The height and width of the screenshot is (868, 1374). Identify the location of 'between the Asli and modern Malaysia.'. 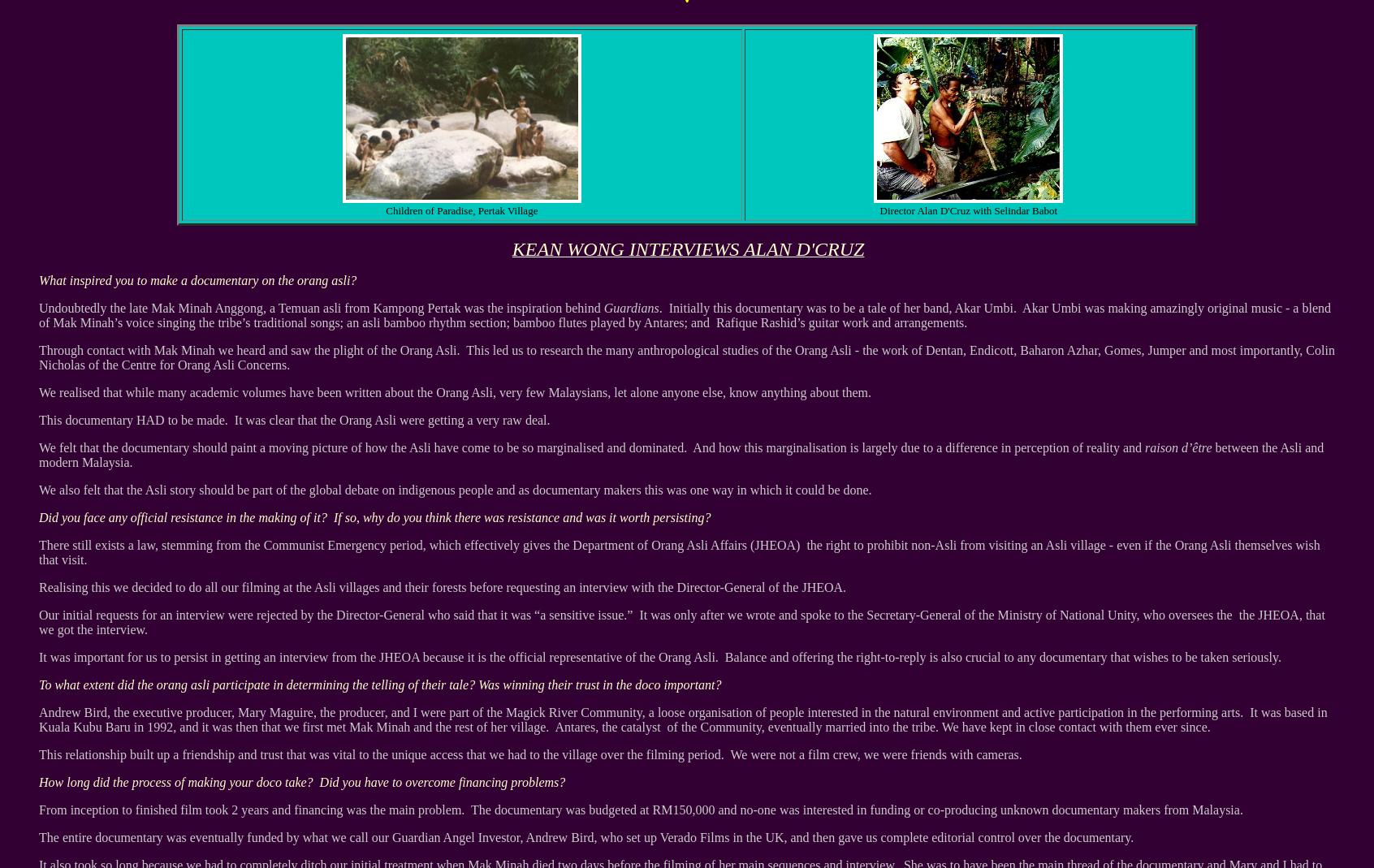
(681, 455).